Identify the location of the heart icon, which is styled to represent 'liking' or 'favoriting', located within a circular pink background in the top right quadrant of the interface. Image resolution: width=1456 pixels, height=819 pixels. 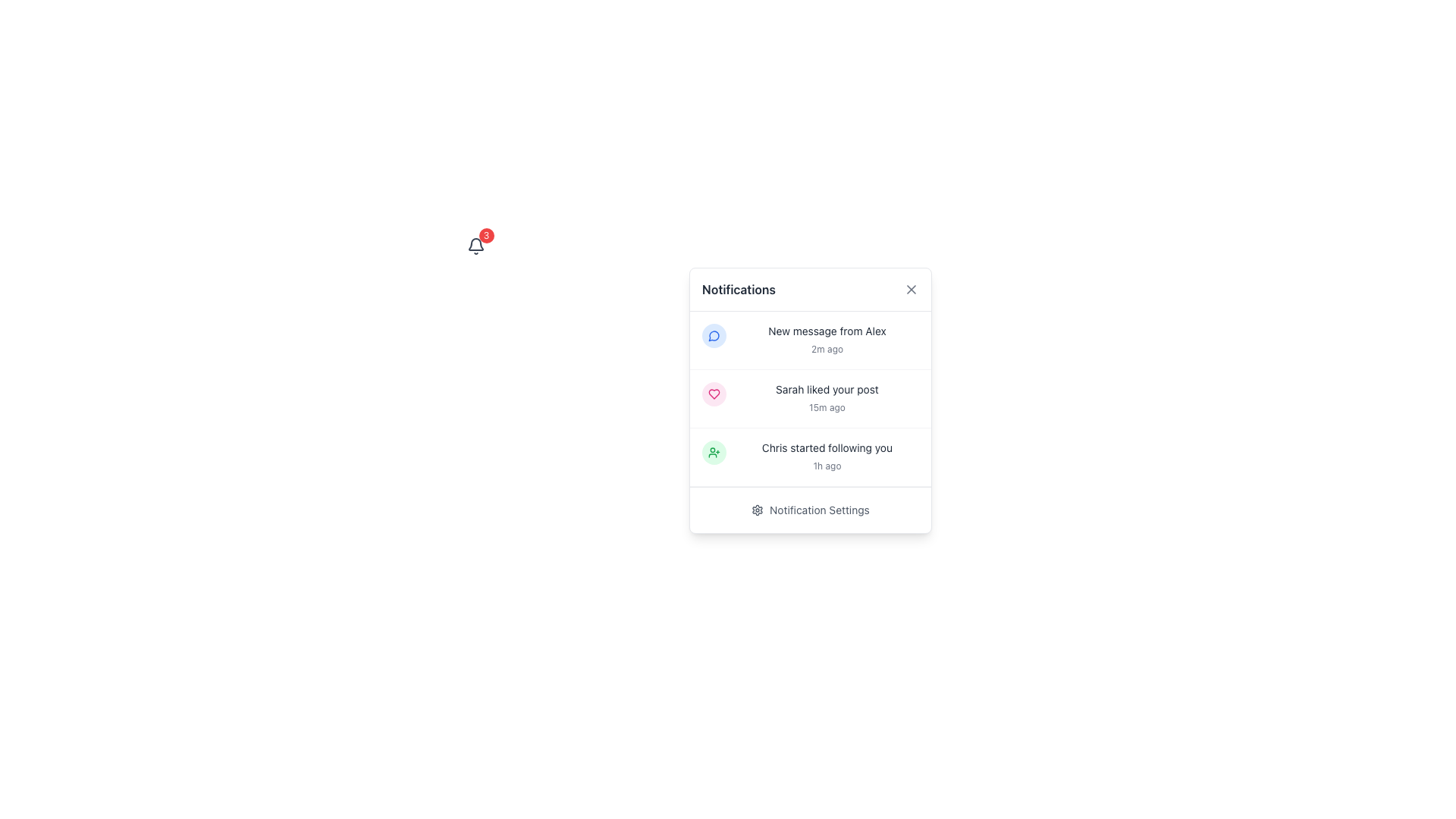
(713, 394).